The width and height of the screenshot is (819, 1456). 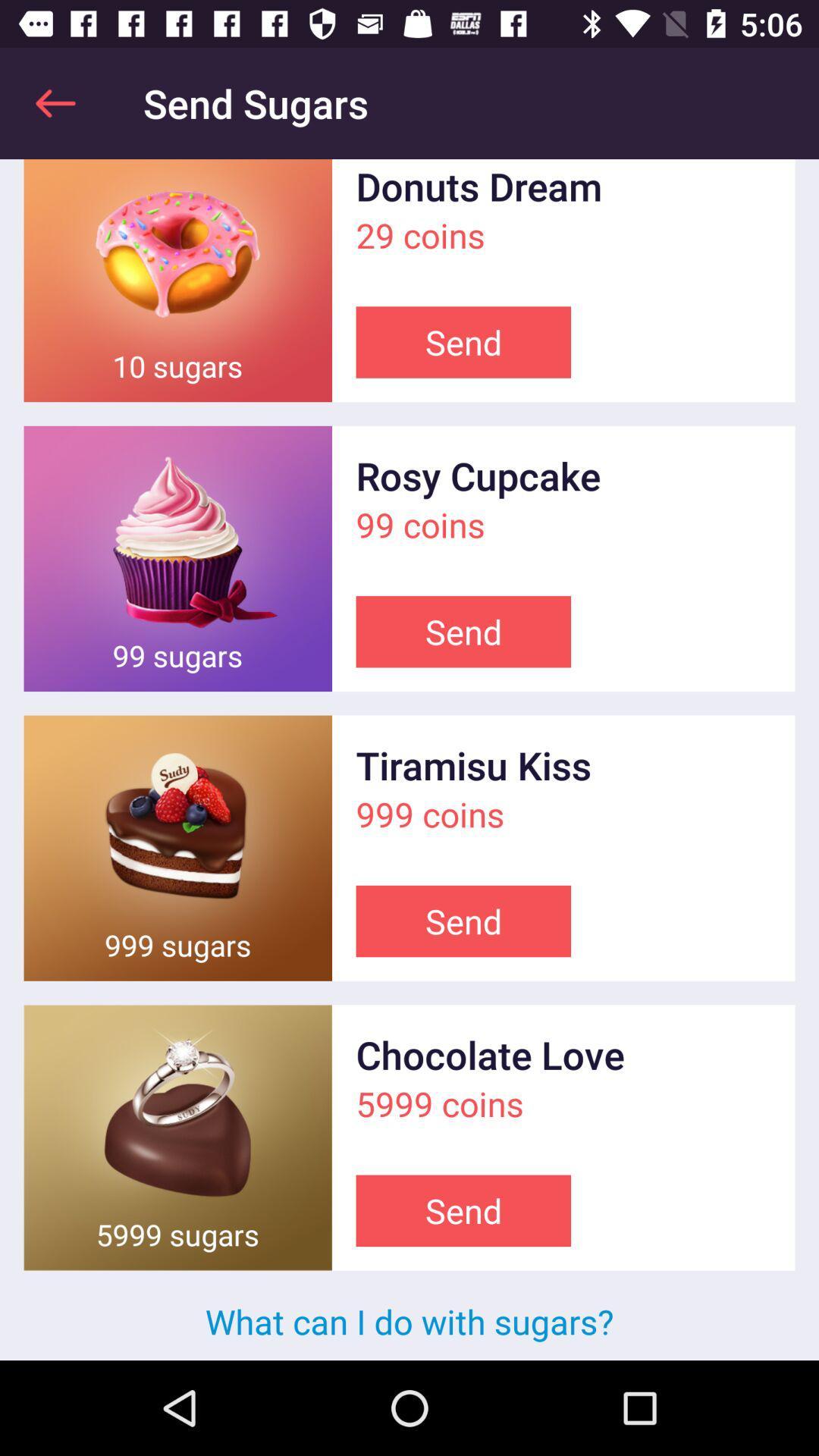 What do you see at coordinates (177, 557) in the screenshot?
I see `open rosy cupcake option` at bounding box center [177, 557].